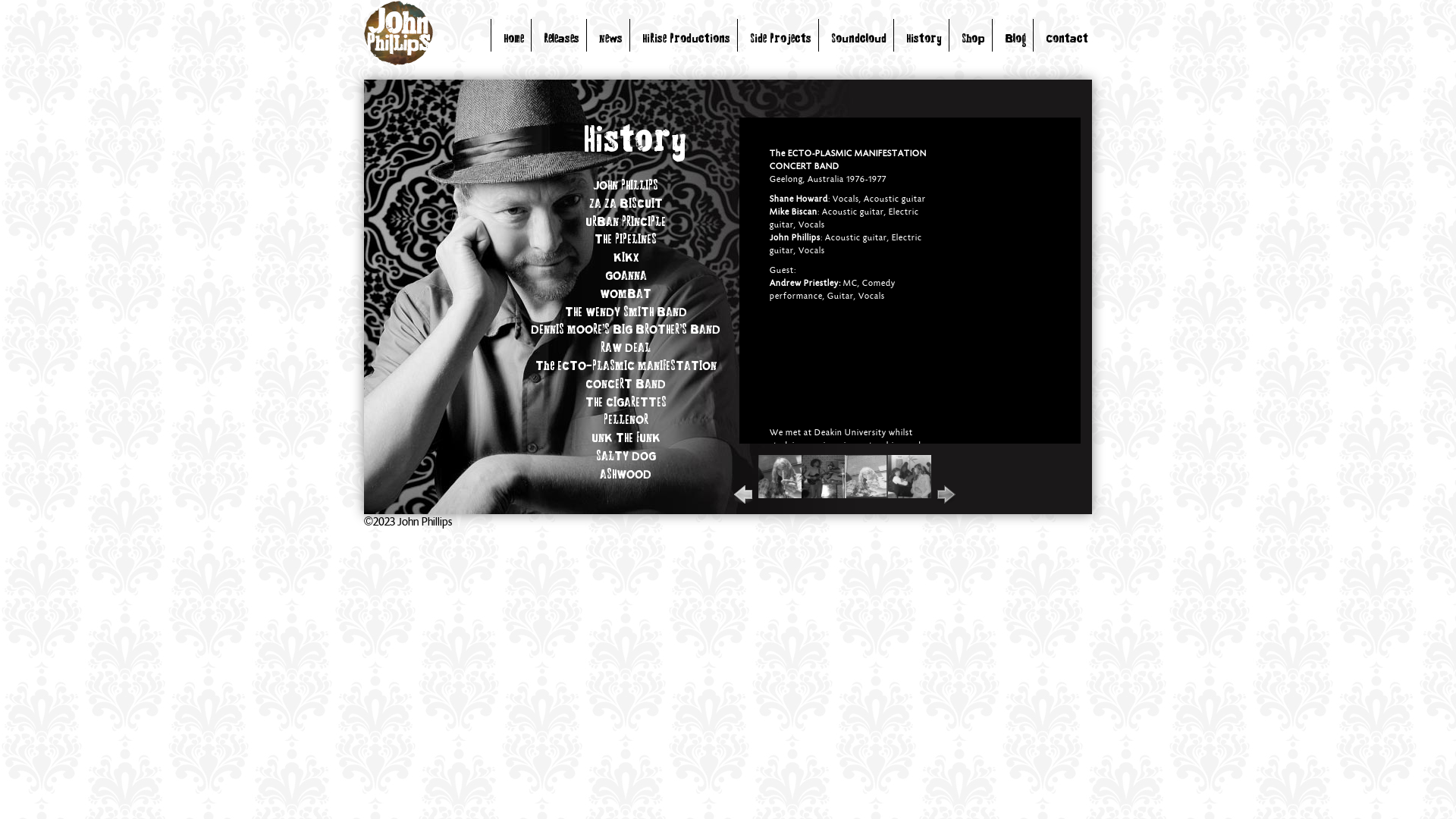 The height and width of the screenshot is (819, 1456). Describe the element at coordinates (610, 39) in the screenshot. I see `'News'` at that location.